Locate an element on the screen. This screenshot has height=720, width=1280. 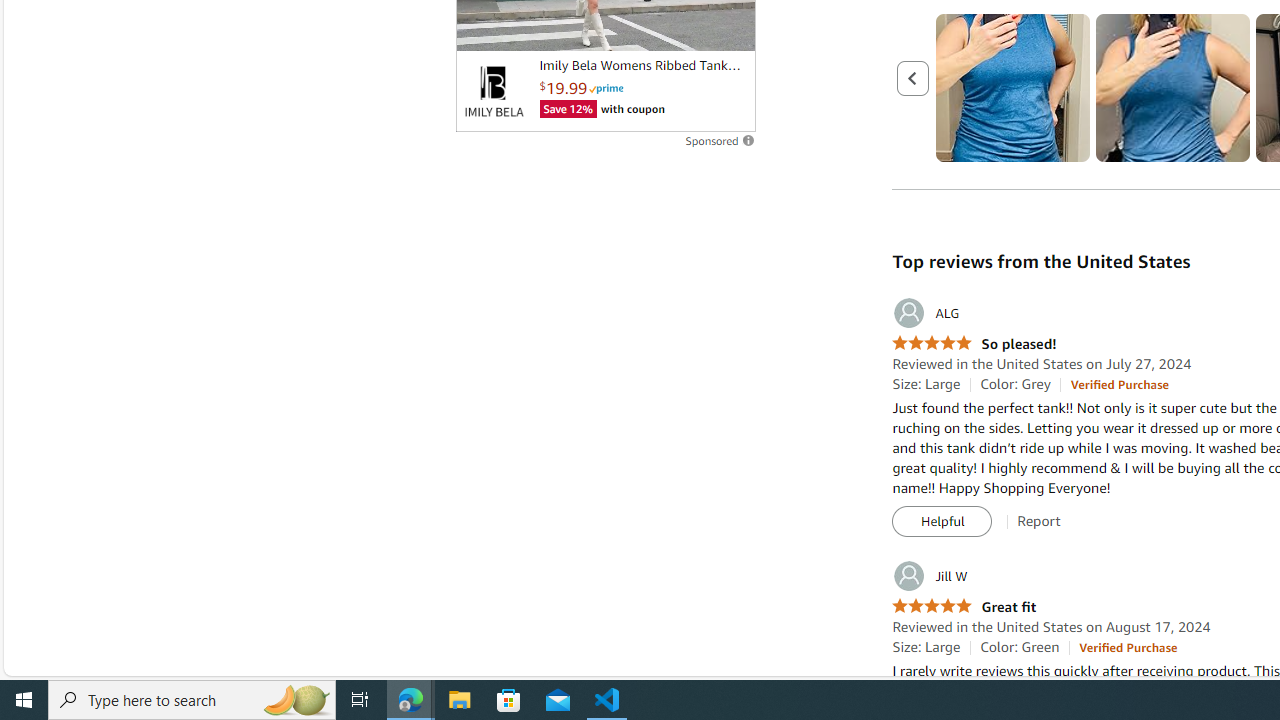
'5.0 out of 5 stars Great fit' is located at coordinates (964, 606).